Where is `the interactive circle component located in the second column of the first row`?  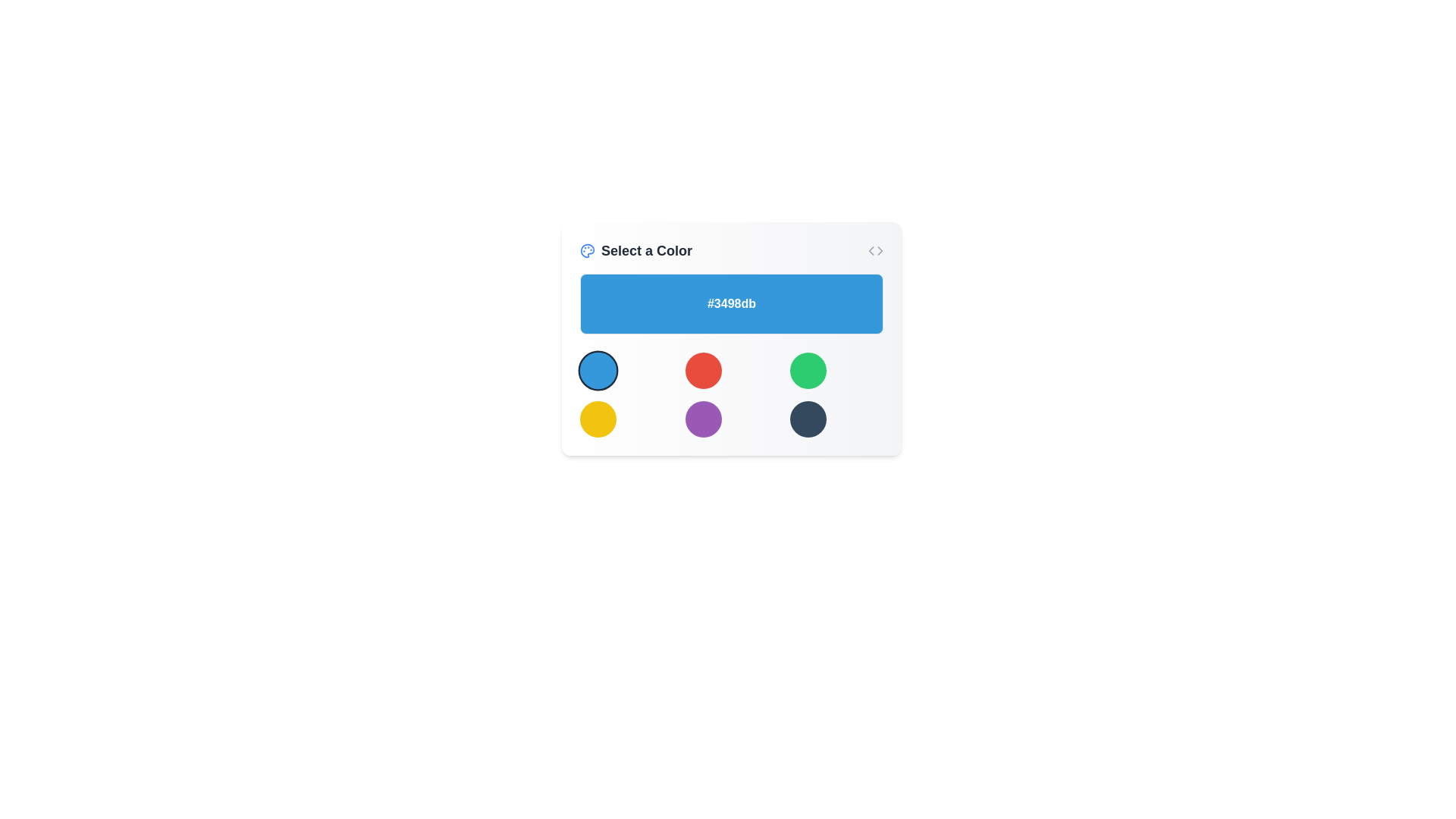
the interactive circle component located in the second column of the first row is located at coordinates (702, 371).